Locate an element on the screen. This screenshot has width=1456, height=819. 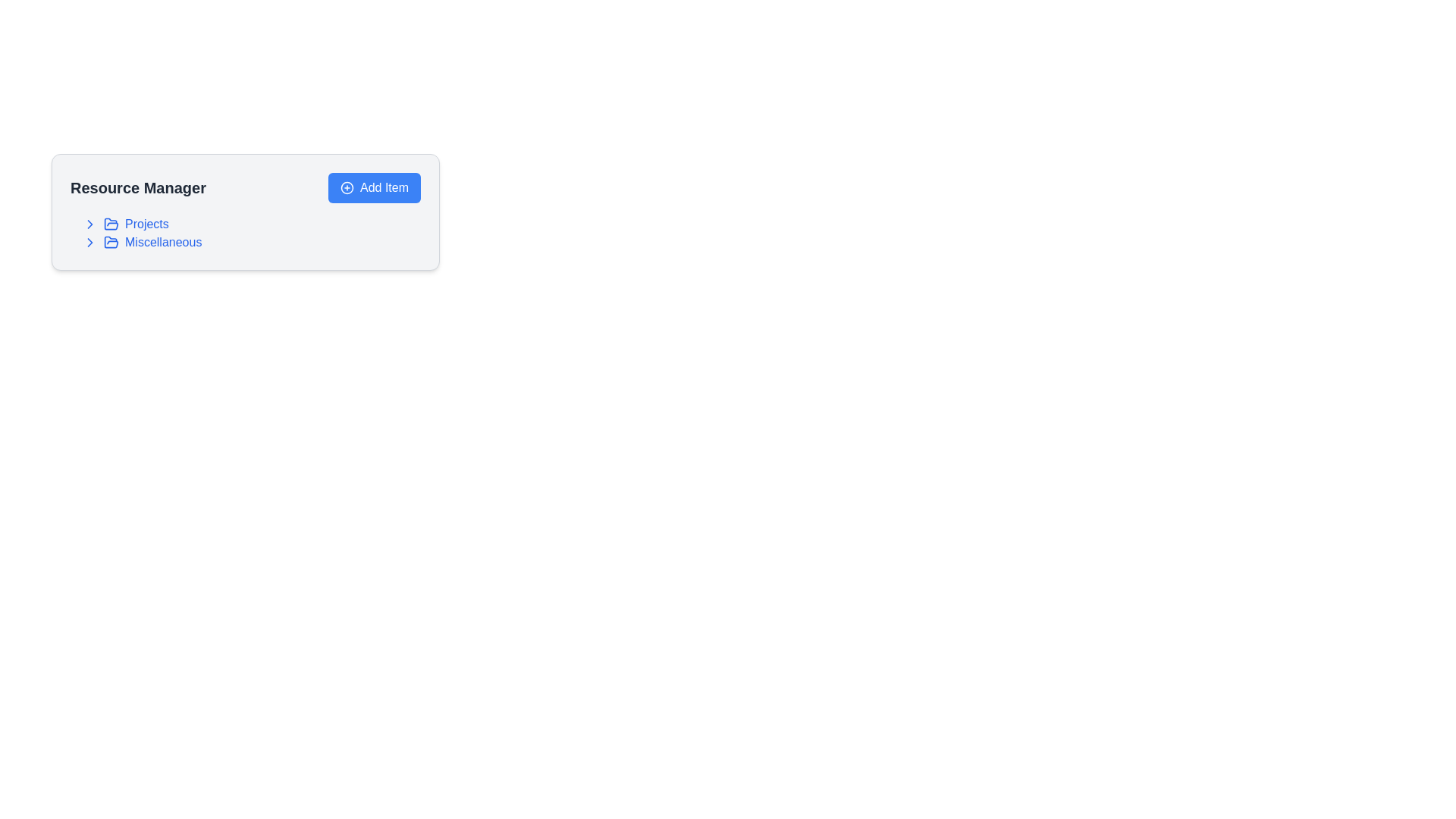
the state of the 'Miscellaneous' folder icon, which is the second icon within the 'Miscellaneous' entry, positioned between the chevron icon and the text label 'Miscellaneous' is located at coordinates (111, 242).